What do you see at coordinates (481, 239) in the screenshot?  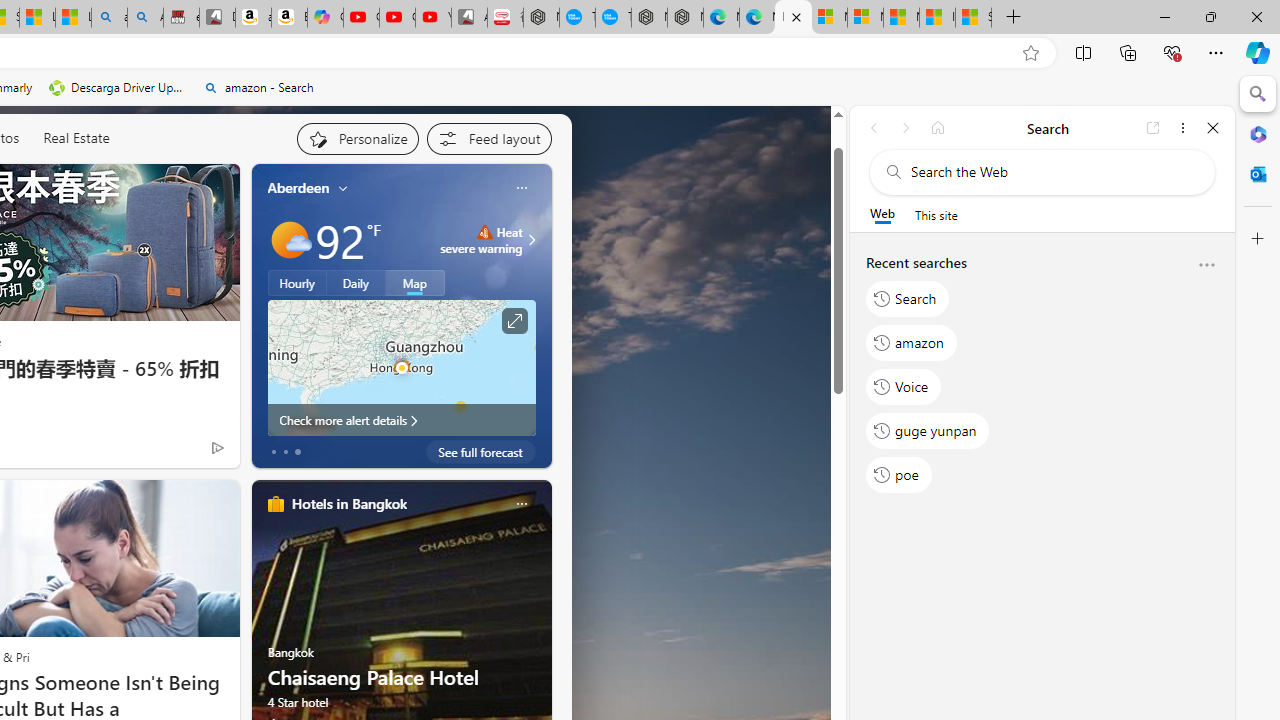 I see `'Heat - Severe Heat severe warning'` at bounding box center [481, 239].